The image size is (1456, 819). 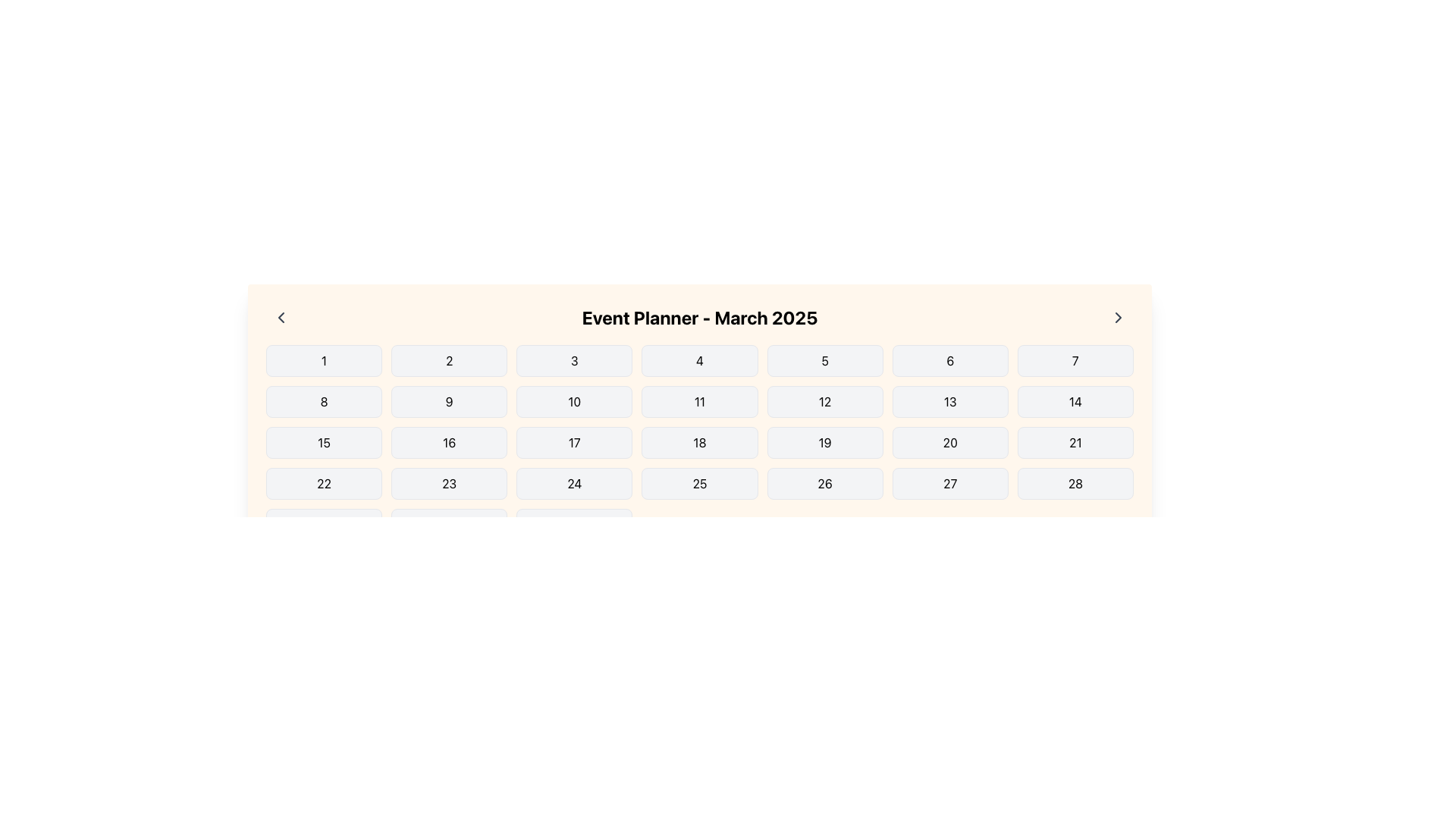 I want to click on the numeric text representing the first date in the calendar view, so click(x=323, y=360).